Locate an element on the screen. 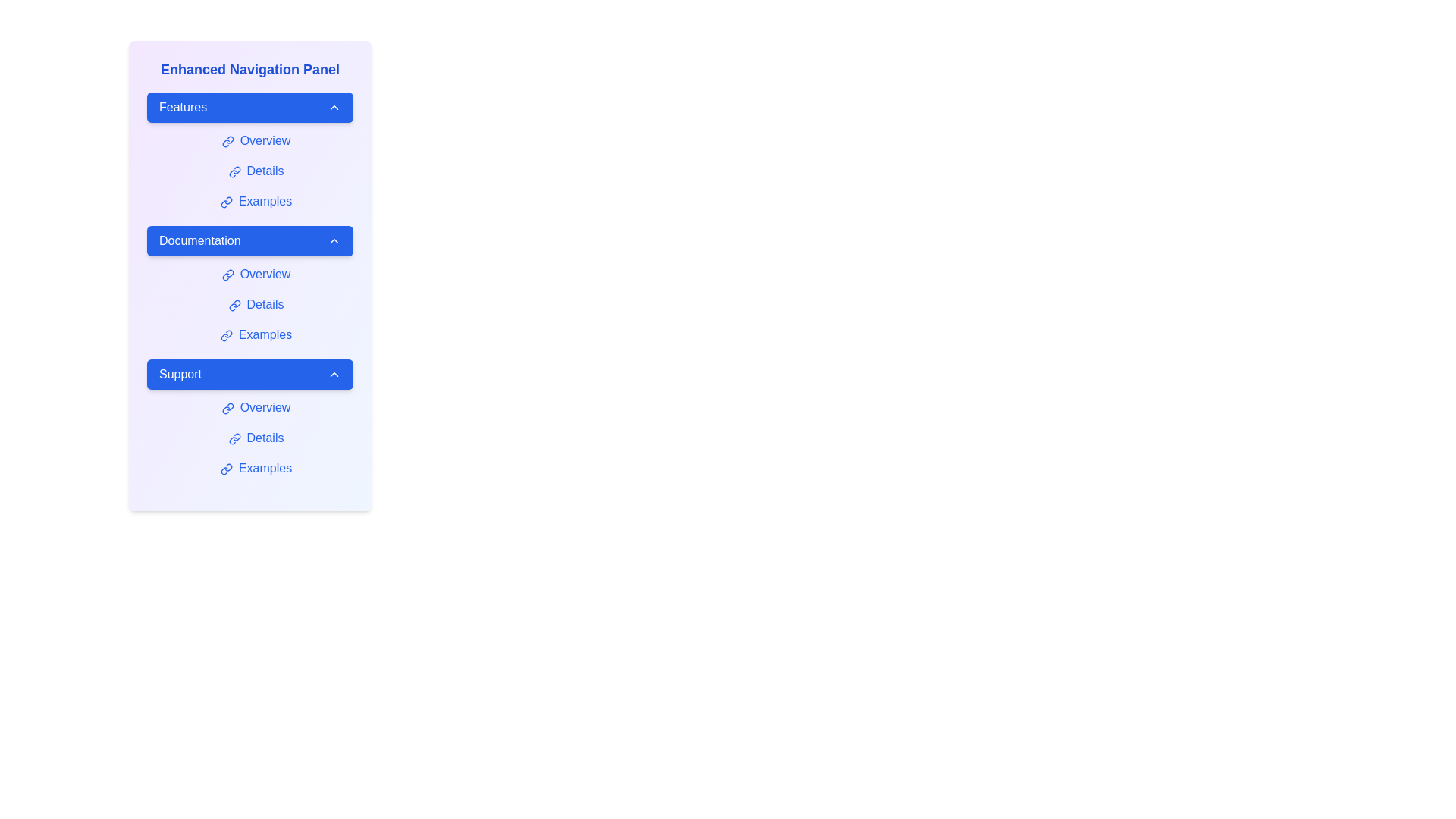 This screenshot has width=1456, height=819. the link icon with a curved design located in the 'Documentation' section, adjacent to the text 'Examples' is located at coordinates (224, 337).